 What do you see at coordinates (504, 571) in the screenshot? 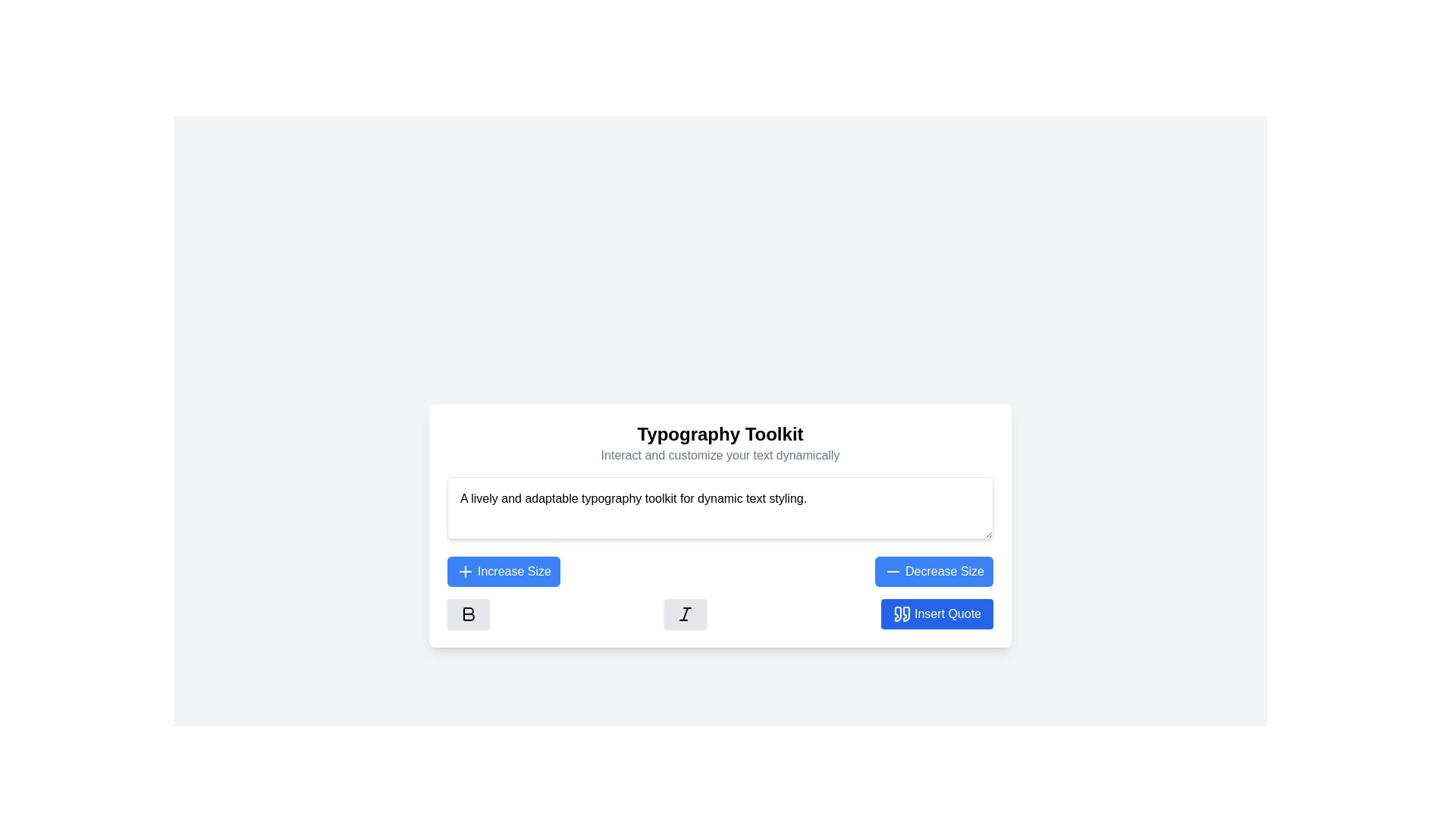
I see `the blue rectangular button with rounded corners labeled 'Increase Size'` at bounding box center [504, 571].